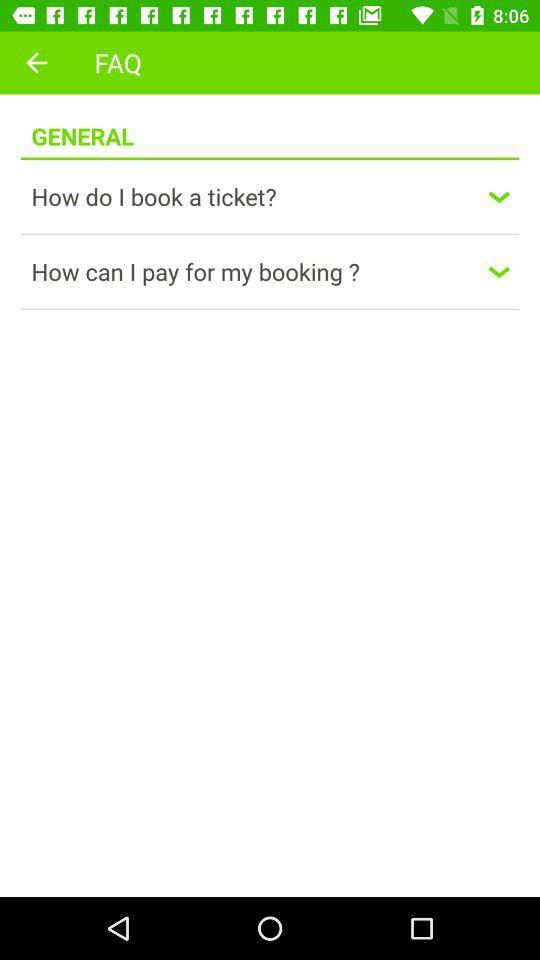  Describe the element at coordinates (36, 62) in the screenshot. I see `the item above the general item` at that location.